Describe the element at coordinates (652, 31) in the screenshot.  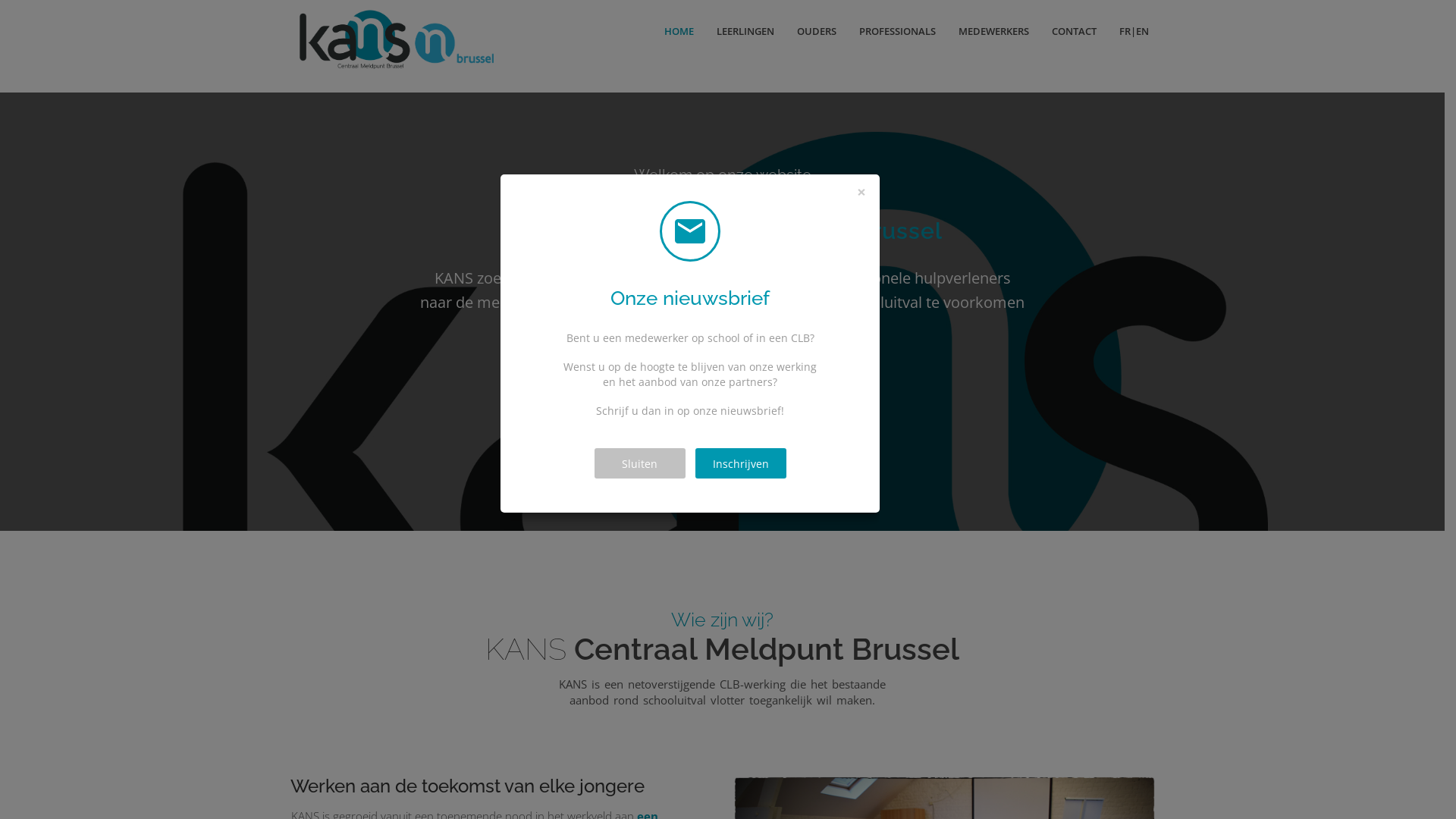
I see `'HOME'` at that location.